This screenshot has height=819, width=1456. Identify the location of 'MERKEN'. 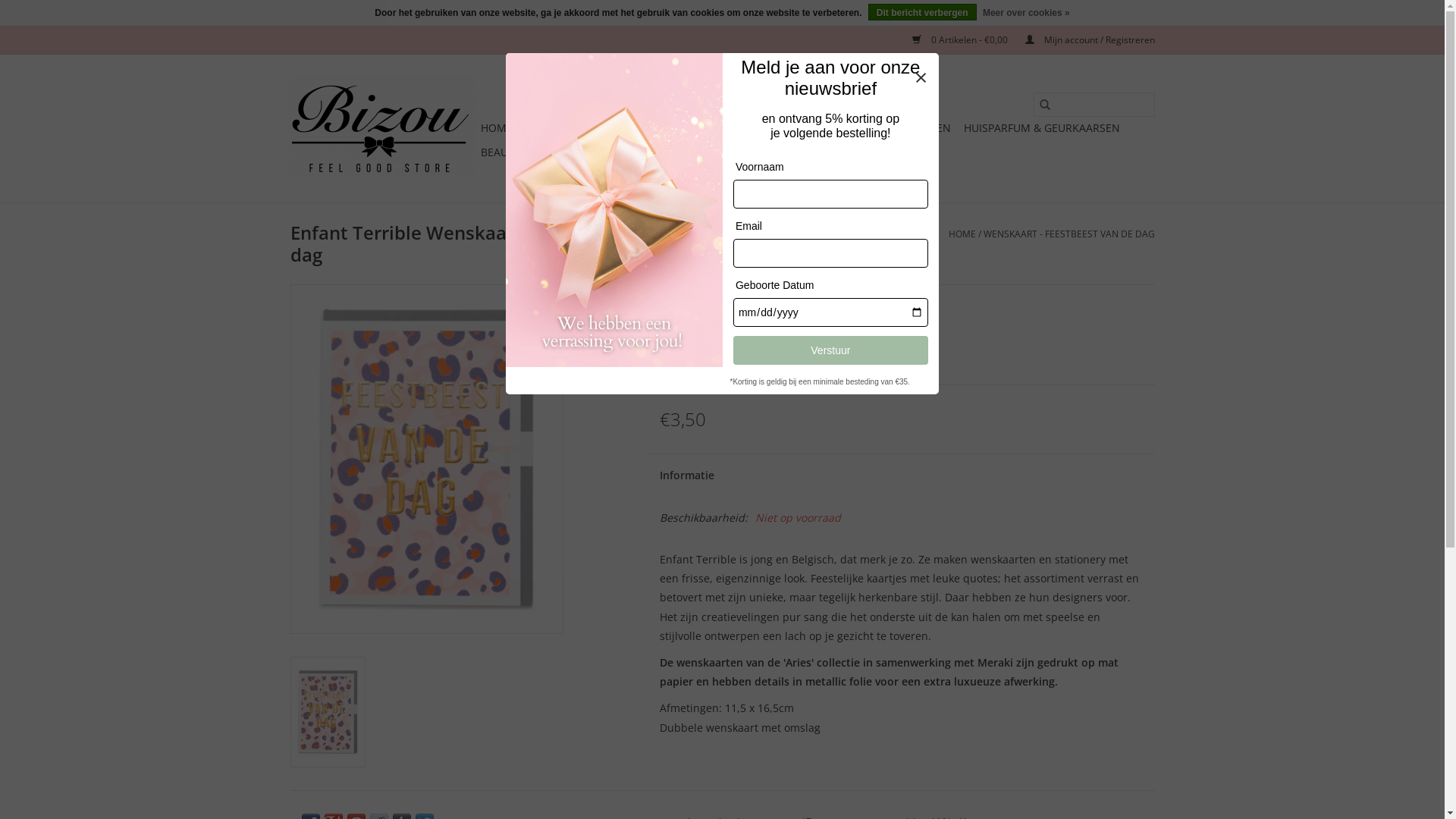
(694, 152).